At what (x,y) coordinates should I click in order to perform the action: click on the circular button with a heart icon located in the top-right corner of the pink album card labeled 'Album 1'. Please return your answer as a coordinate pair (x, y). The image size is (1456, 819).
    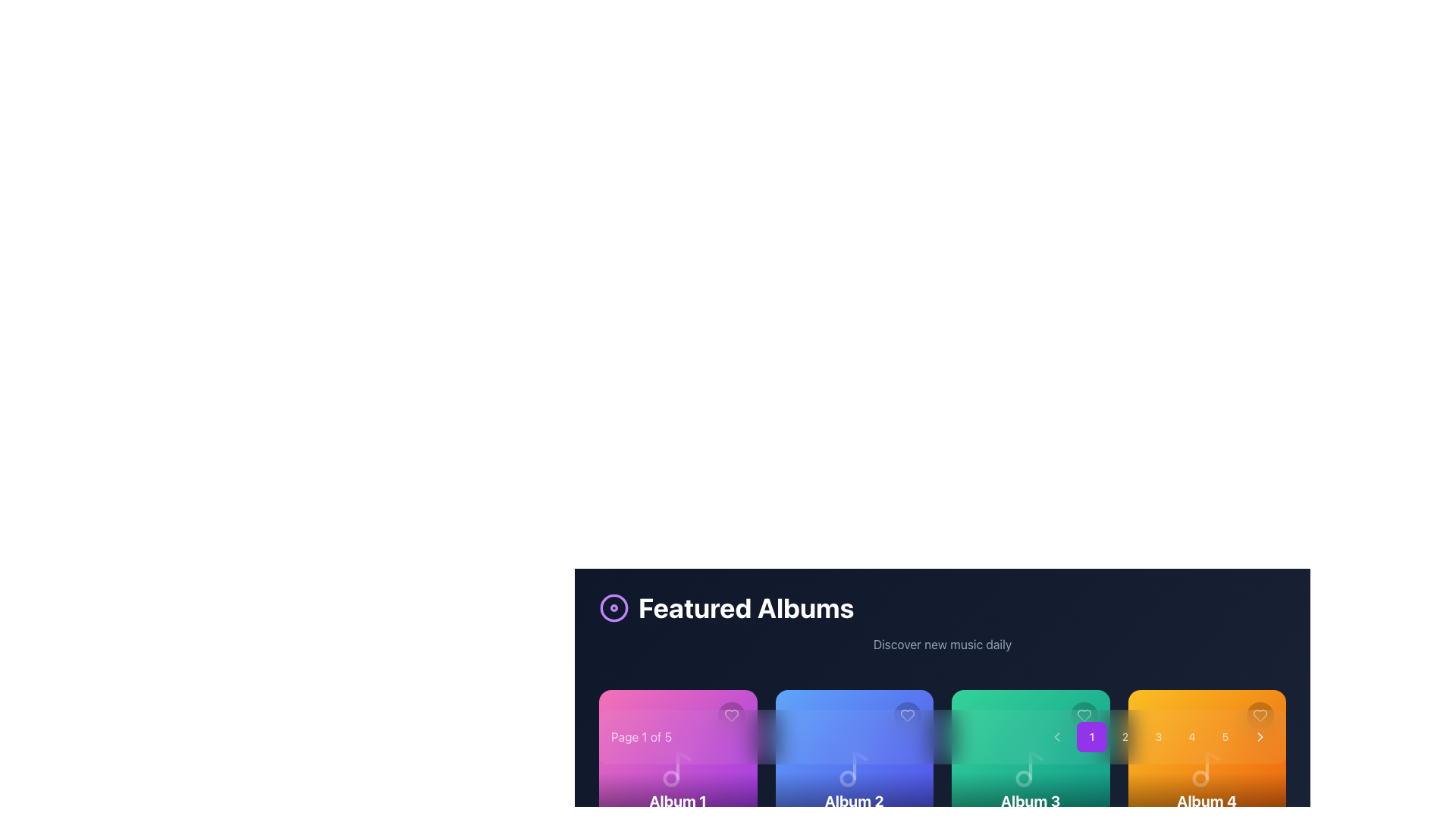
    Looking at the image, I should click on (731, 716).